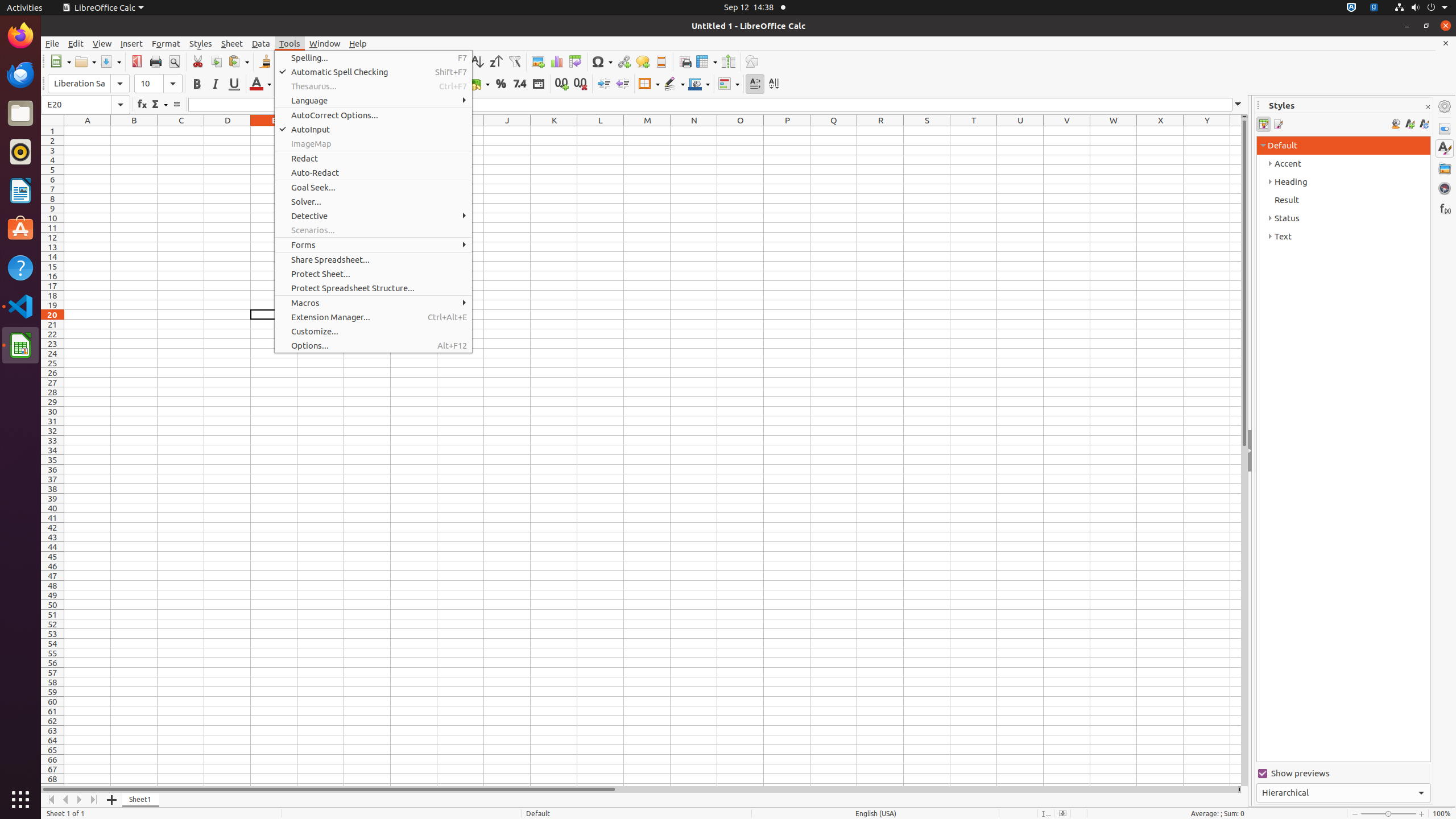 The image size is (1456, 819). I want to click on 'LibreOffice Writer', so click(20, 189).